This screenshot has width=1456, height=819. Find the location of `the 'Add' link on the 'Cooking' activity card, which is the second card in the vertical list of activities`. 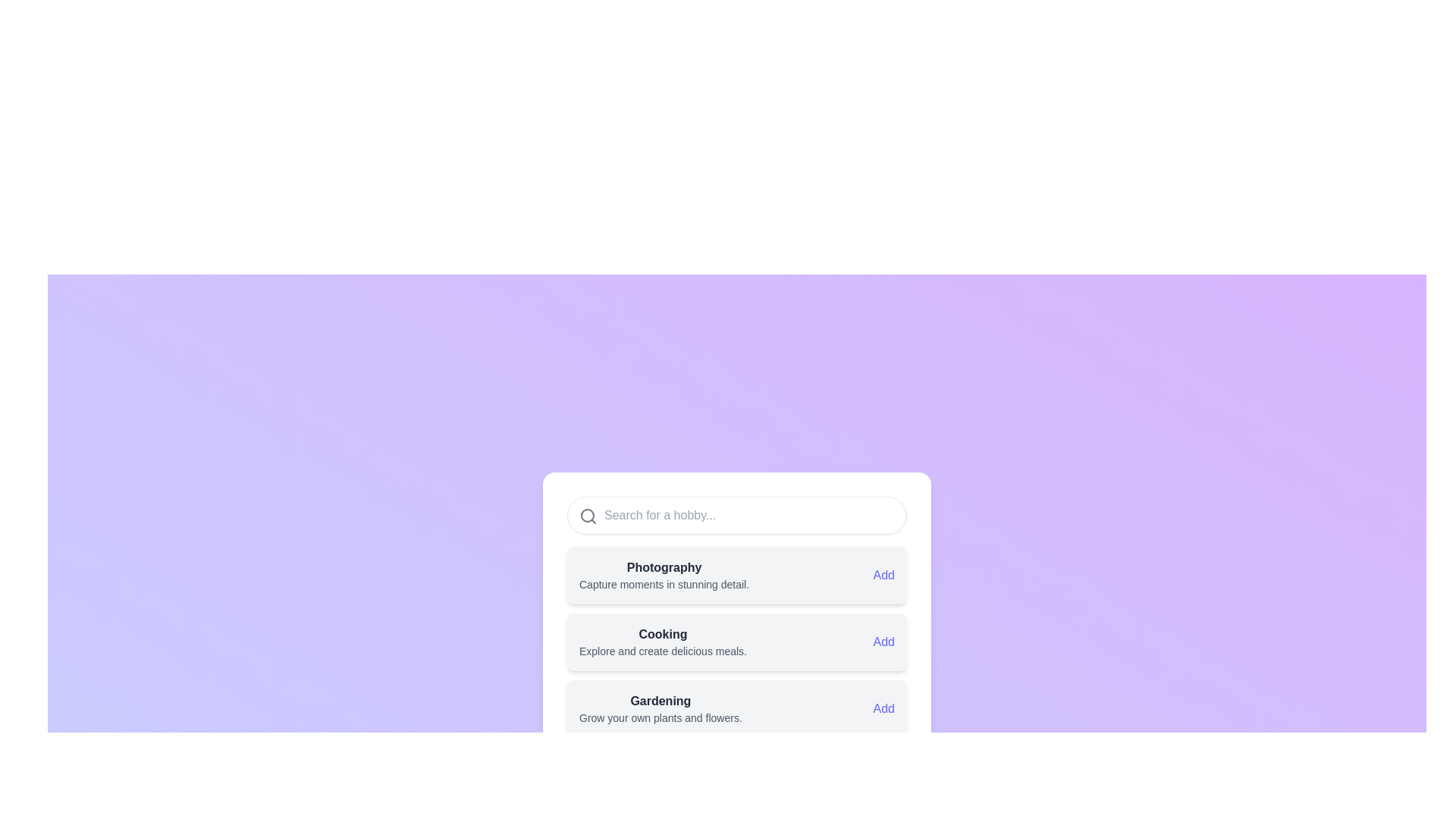

the 'Add' link on the 'Cooking' activity card, which is the second card in the vertical list of activities is located at coordinates (736, 642).